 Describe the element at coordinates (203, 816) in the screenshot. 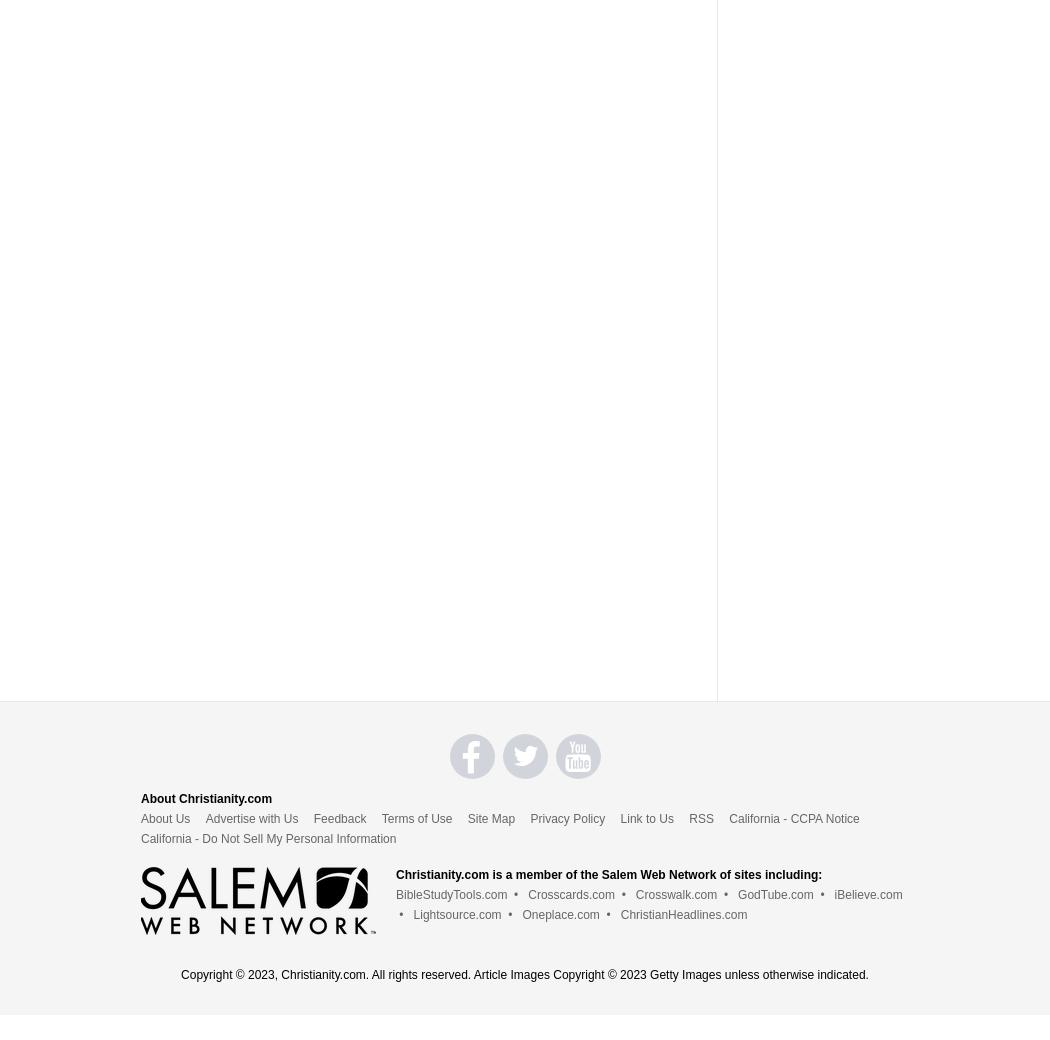

I see `'Advertise with Us'` at that location.